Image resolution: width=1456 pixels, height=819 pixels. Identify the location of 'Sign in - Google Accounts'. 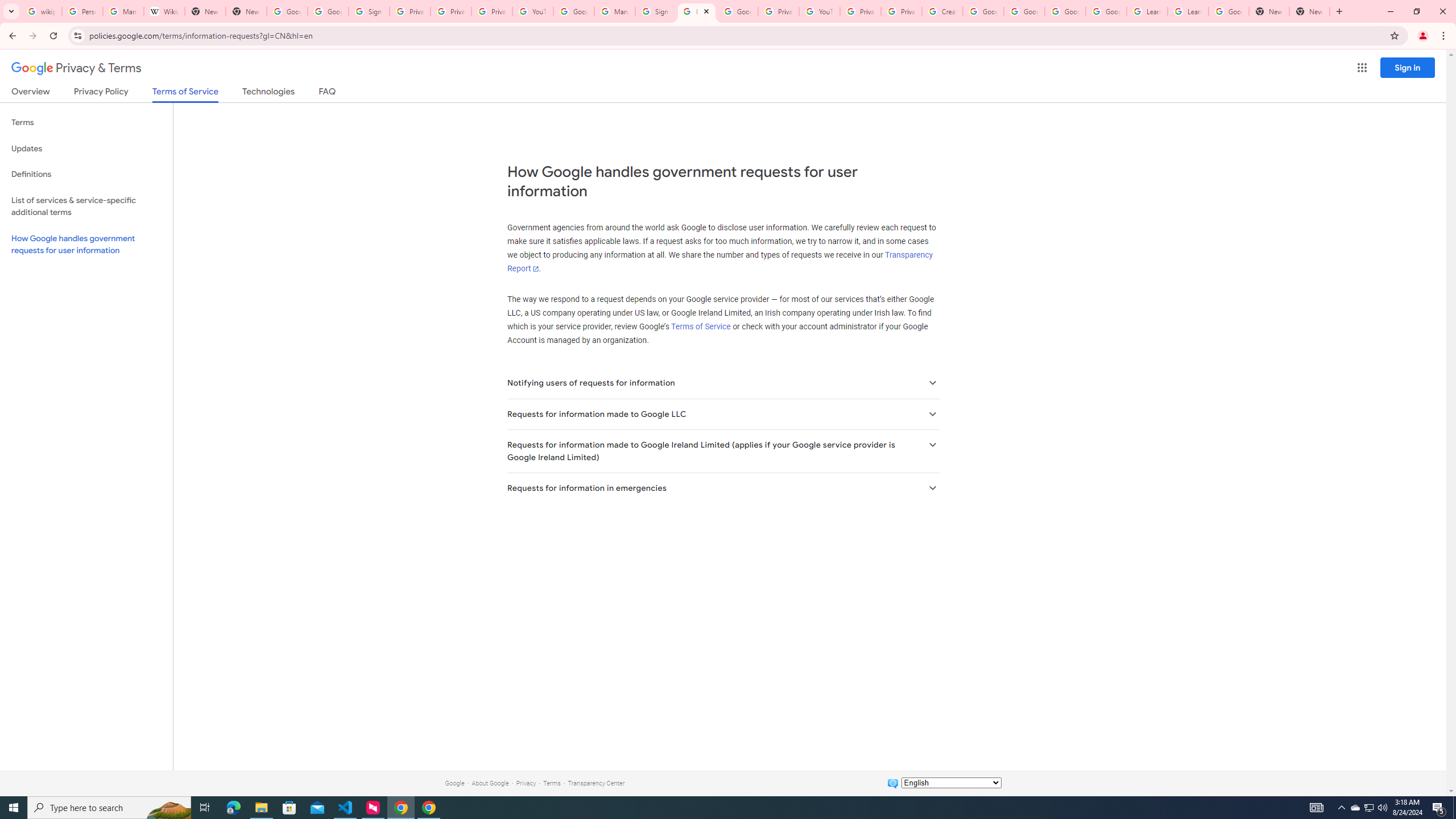
(656, 11).